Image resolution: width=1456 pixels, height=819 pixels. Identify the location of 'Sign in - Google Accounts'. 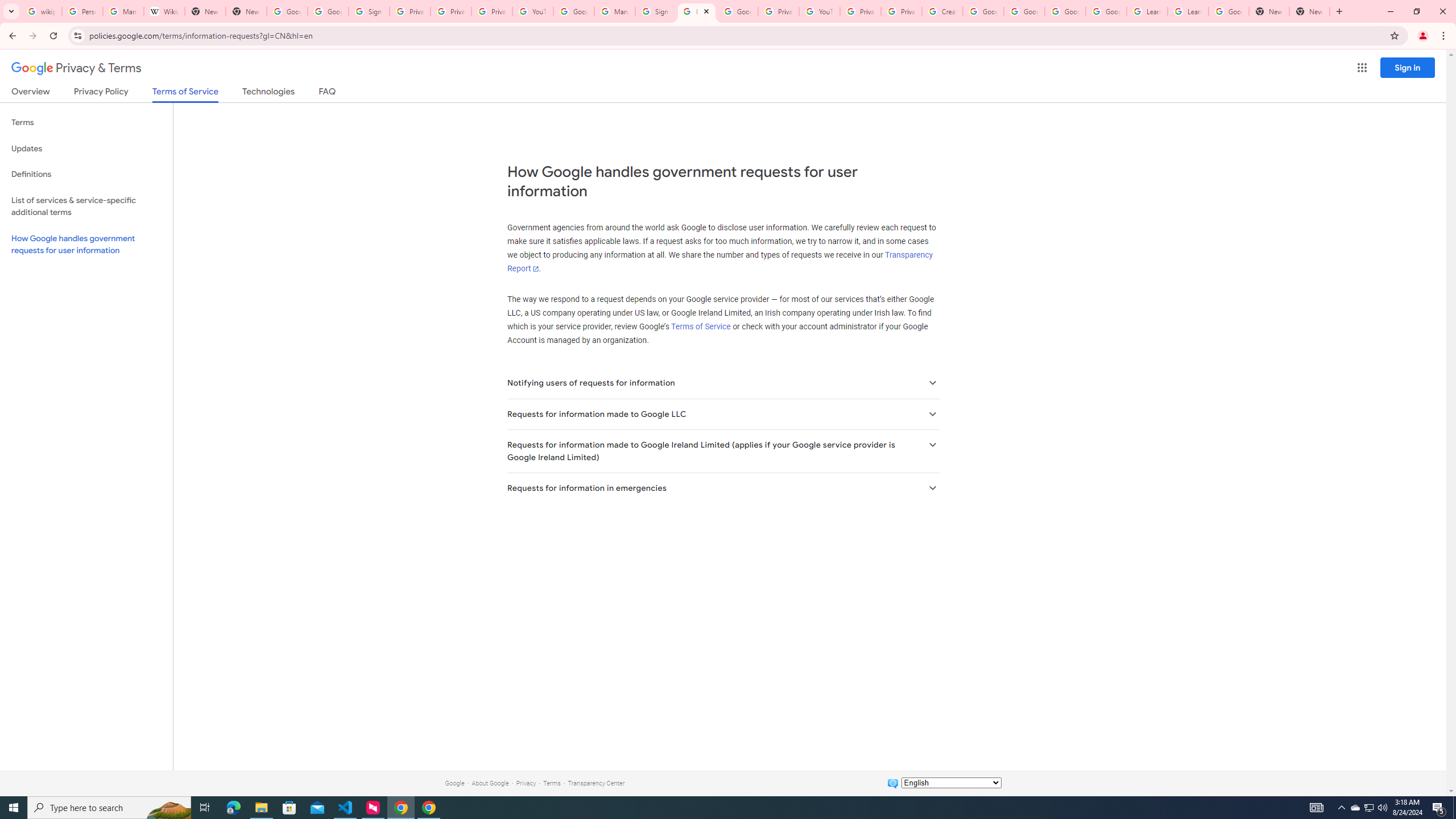
(656, 11).